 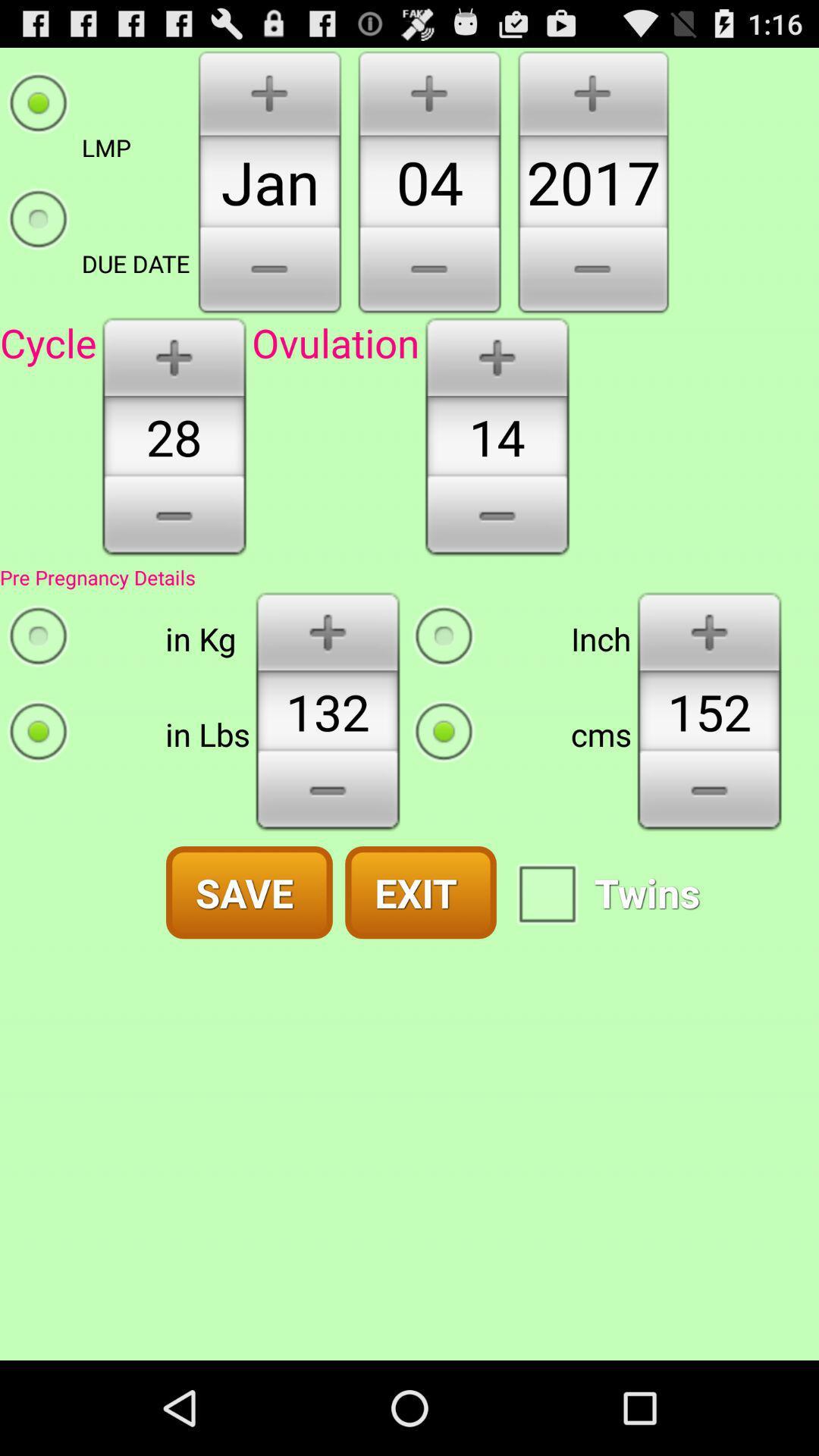 I want to click on to increase numeral, so click(x=497, y=355).